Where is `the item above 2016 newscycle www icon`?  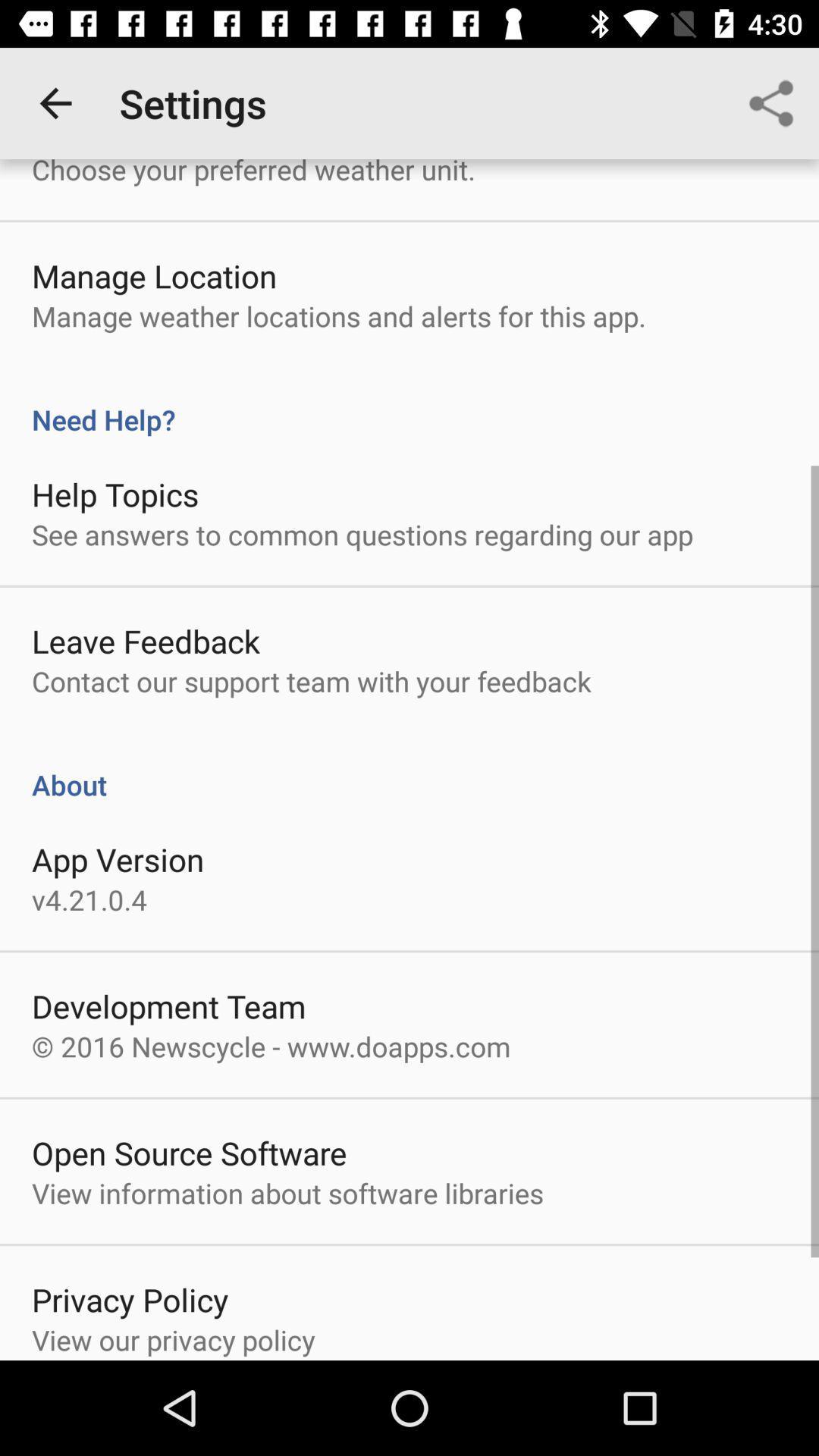 the item above 2016 newscycle www icon is located at coordinates (168, 1006).